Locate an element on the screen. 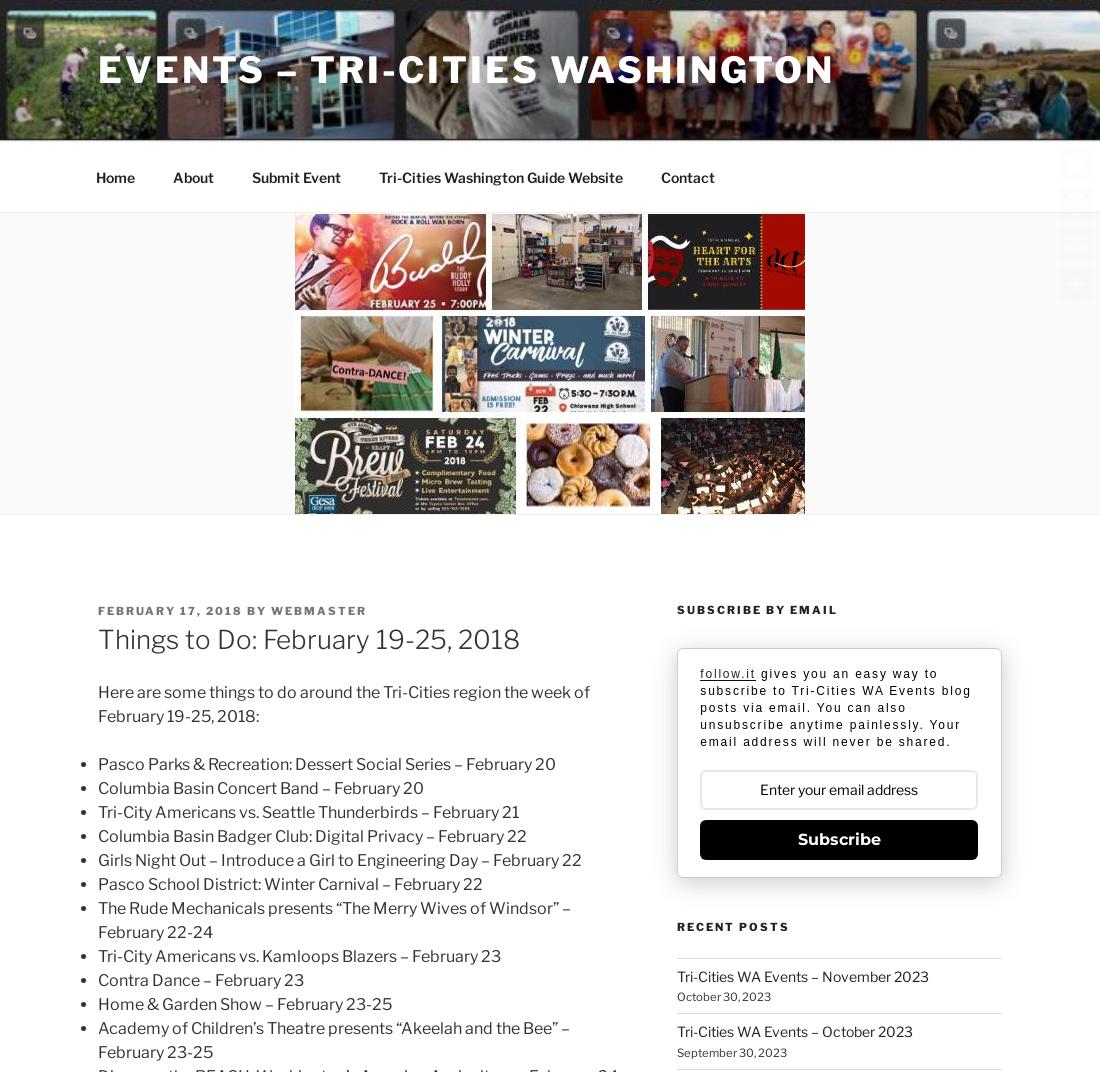  'Tri-Cities Washington Guide Website' is located at coordinates (499, 175).